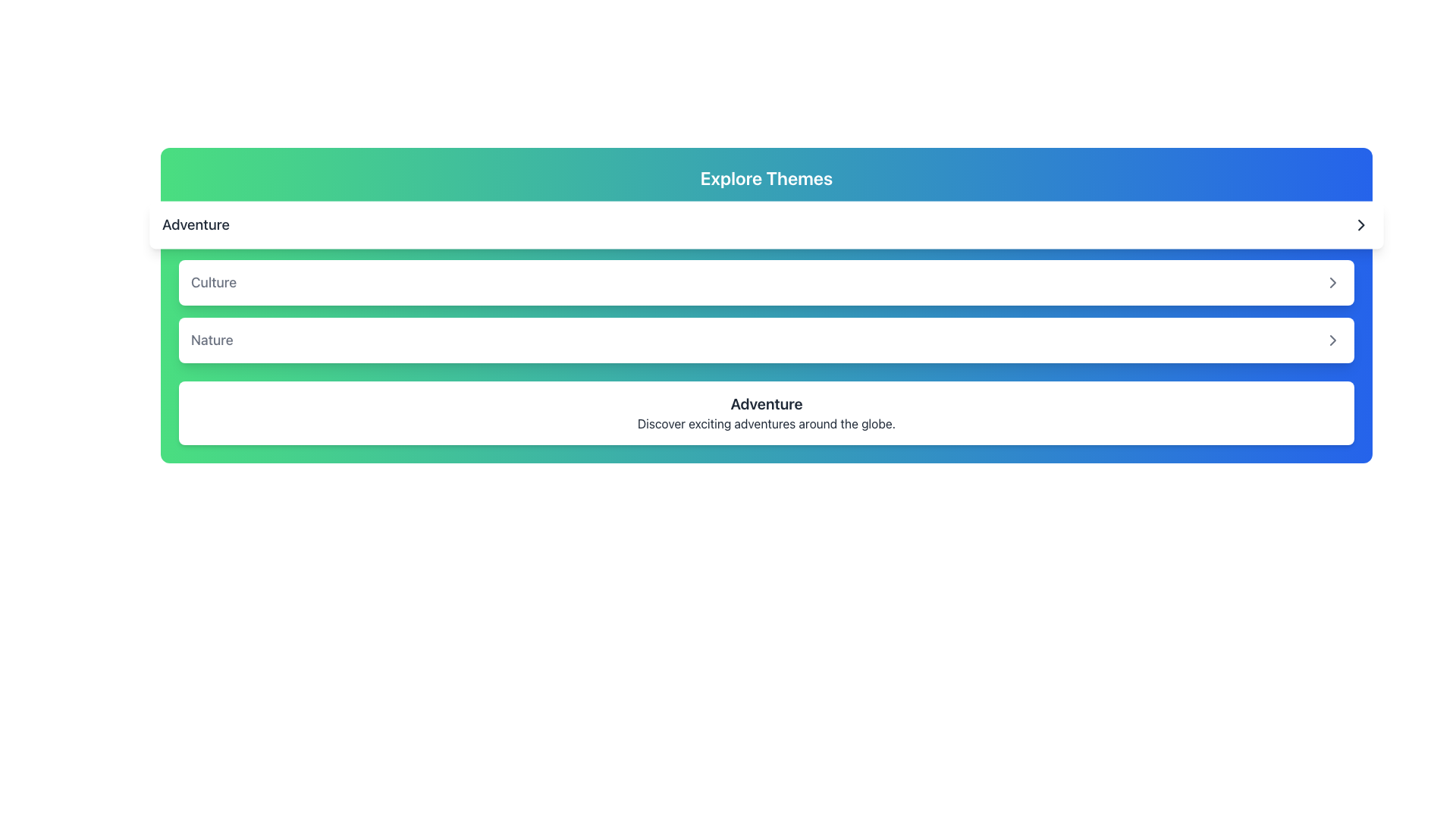 The image size is (1456, 819). What do you see at coordinates (195, 225) in the screenshot?
I see `text label displaying the title 'Adventure', which is positioned towards the top-left section of the UI, adjacent to an arrow icon` at bounding box center [195, 225].